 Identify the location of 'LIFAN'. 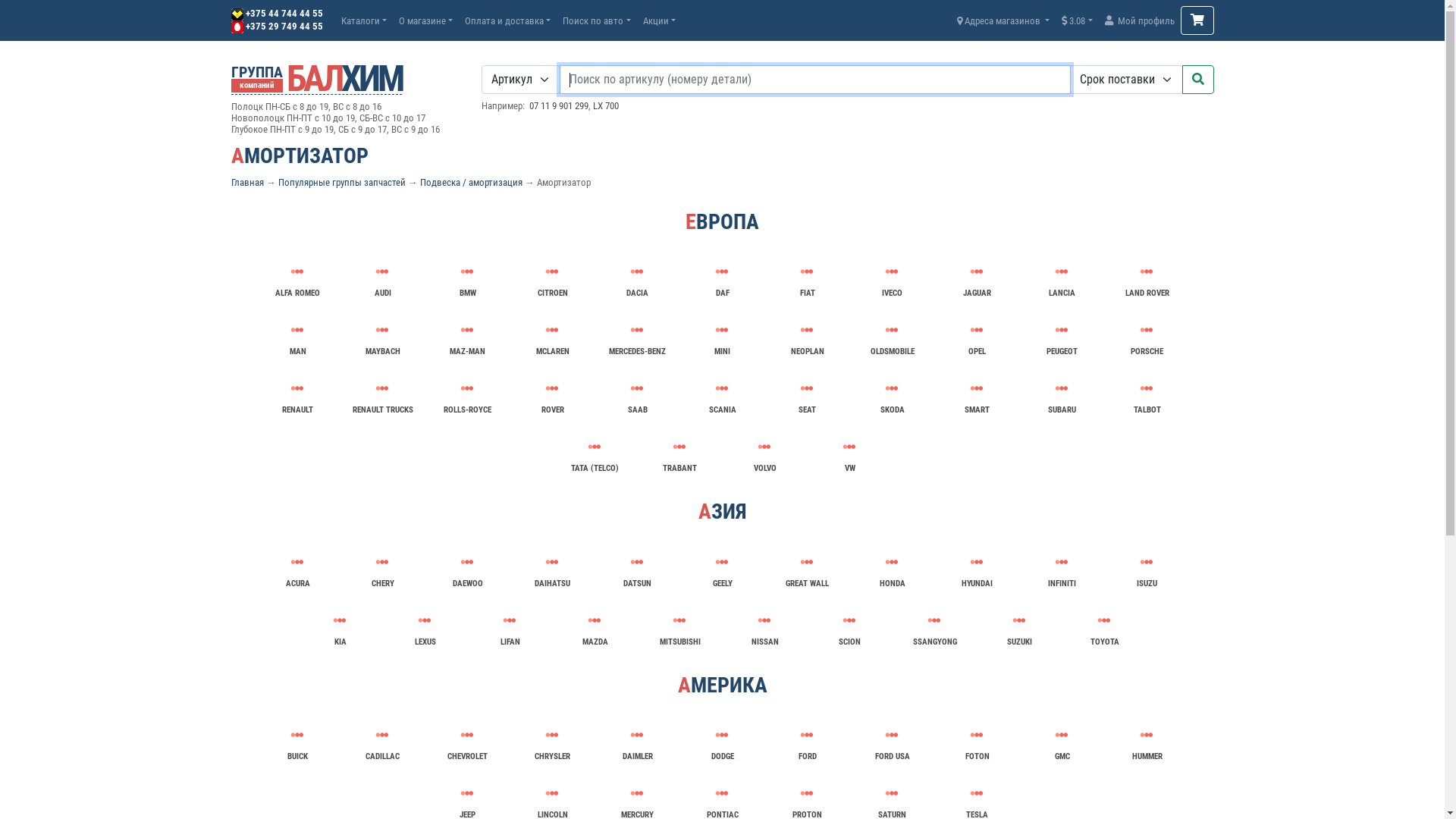
(510, 620).